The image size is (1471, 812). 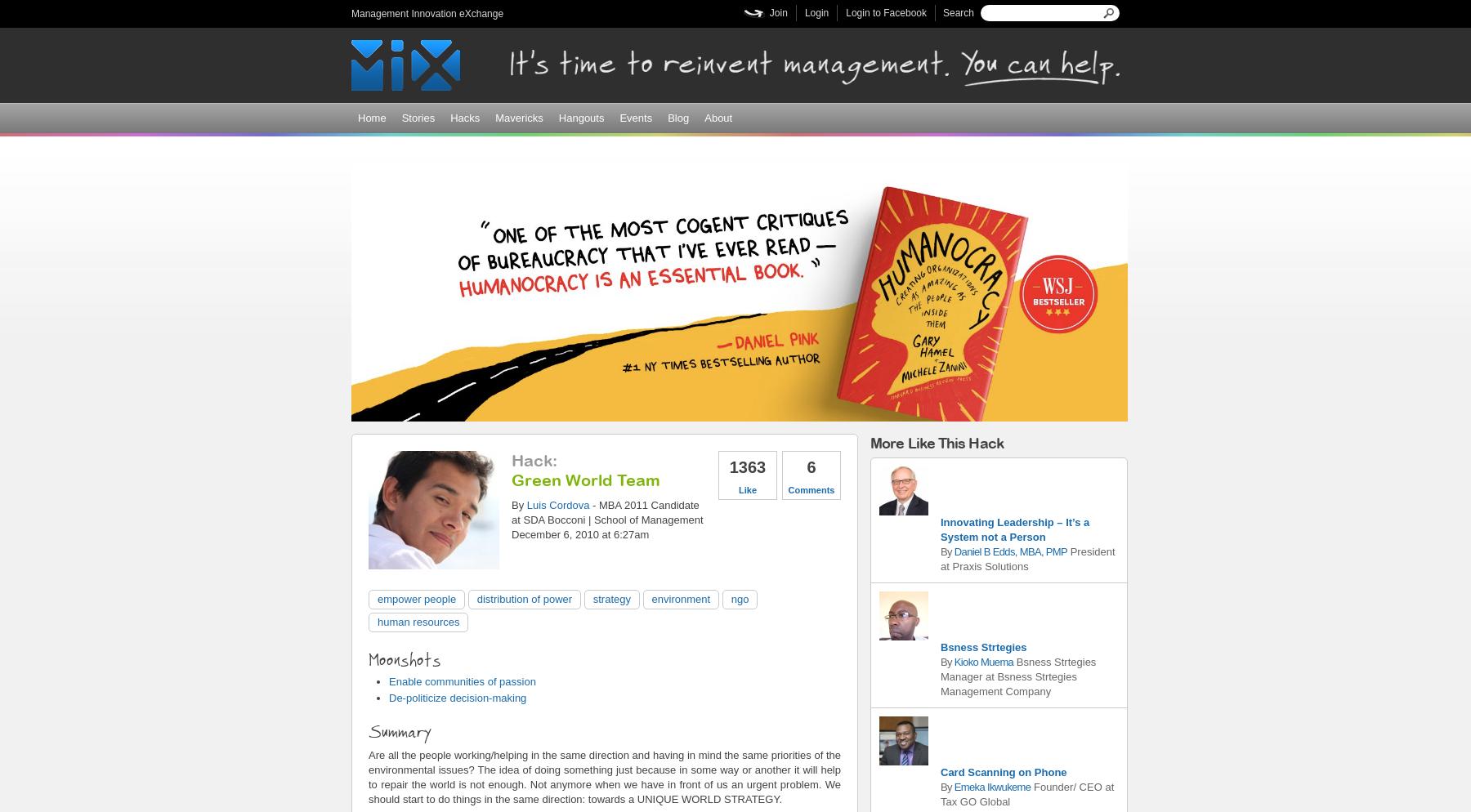 I want to click on 'Environment', so click(x=681, y=598).